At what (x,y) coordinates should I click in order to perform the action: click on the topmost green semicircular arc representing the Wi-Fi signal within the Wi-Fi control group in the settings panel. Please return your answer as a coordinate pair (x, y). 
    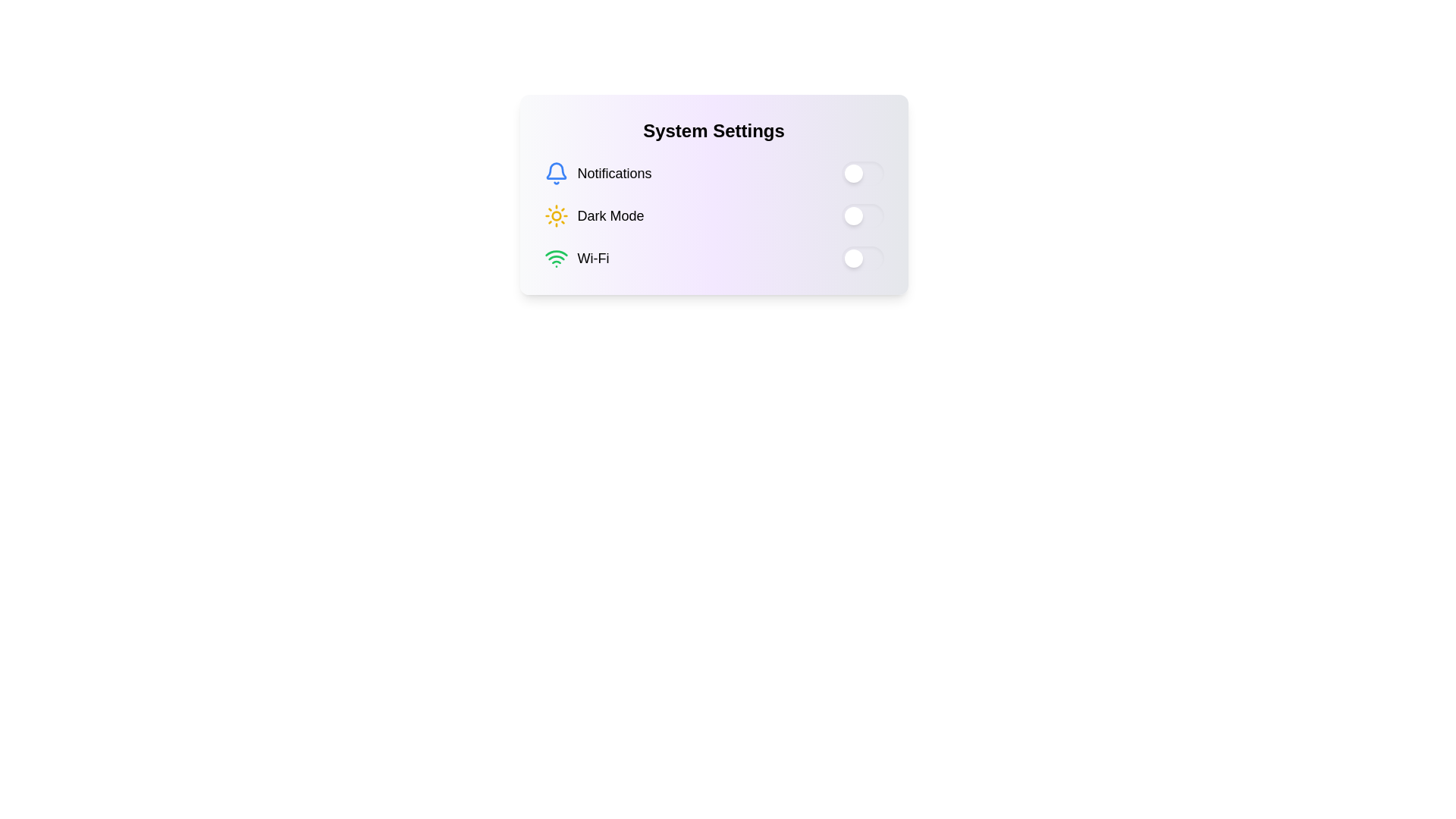
    Looking at the image, I should click on (555, 253).